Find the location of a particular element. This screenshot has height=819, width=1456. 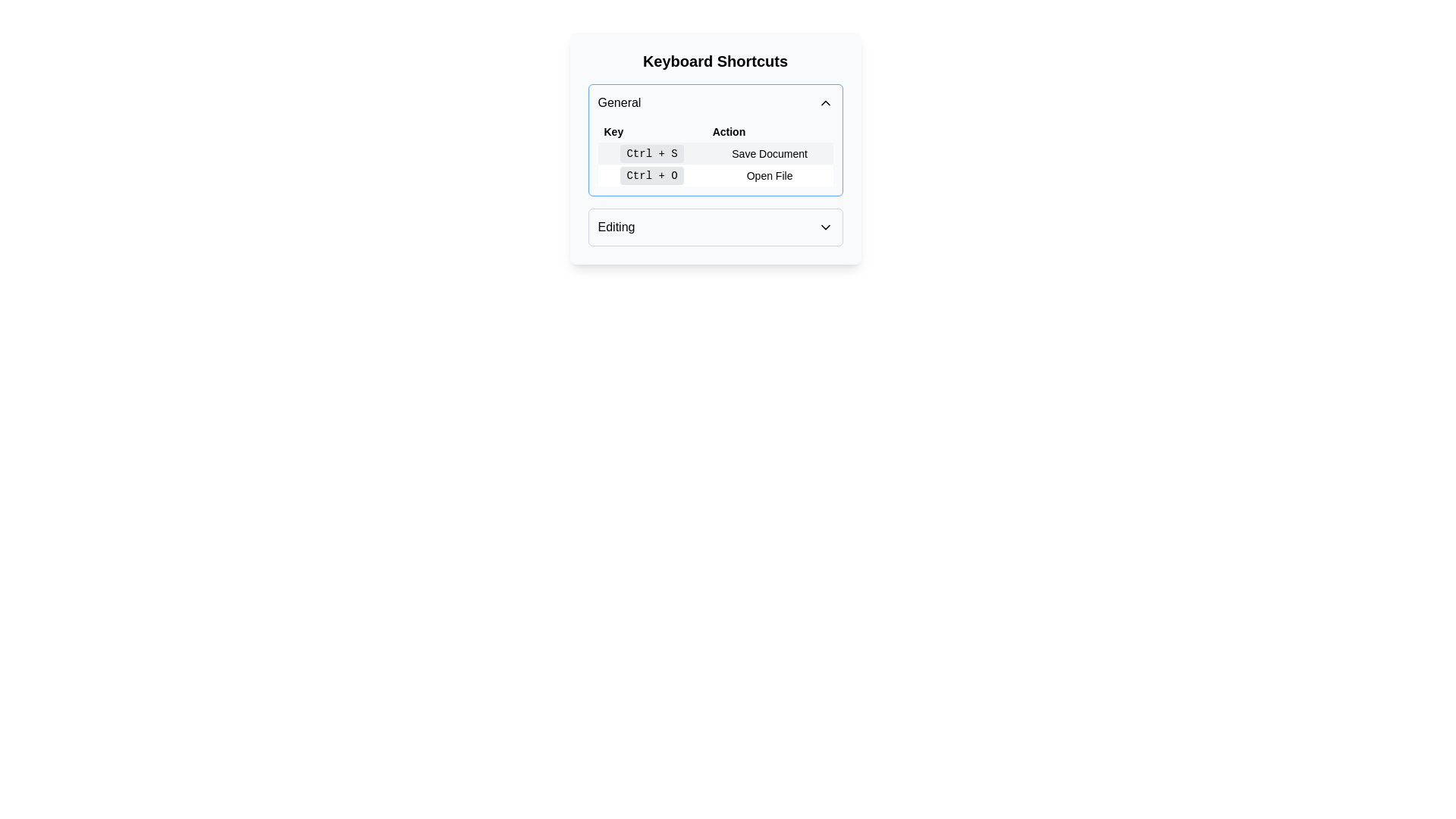

the 'Save Document' text label, which is positioned to the right of the 'Ctrl + S' element under the 'Action' heading is located at coordinates (770, 153).